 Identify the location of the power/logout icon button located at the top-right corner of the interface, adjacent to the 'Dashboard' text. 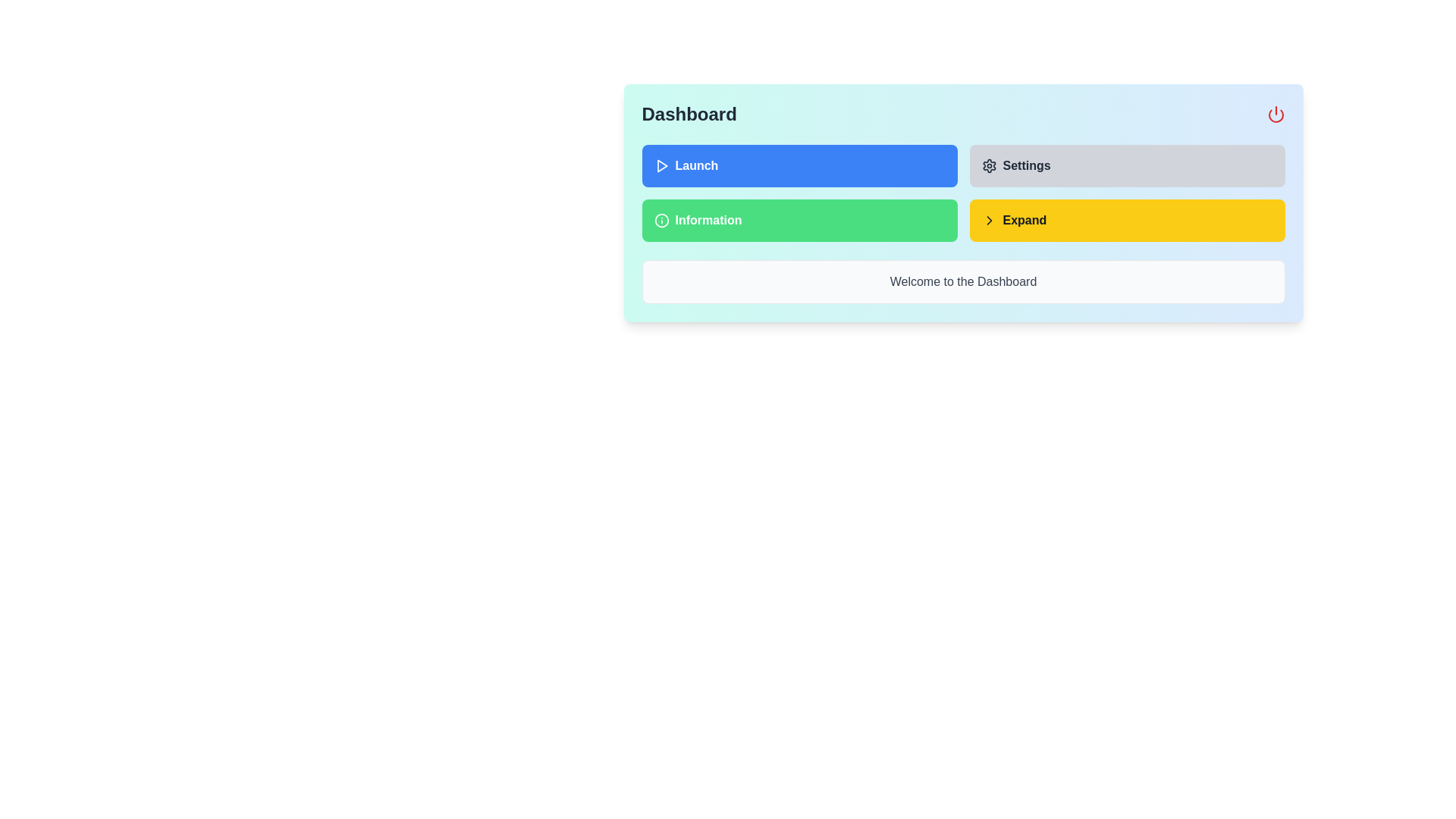
(1275, 113).